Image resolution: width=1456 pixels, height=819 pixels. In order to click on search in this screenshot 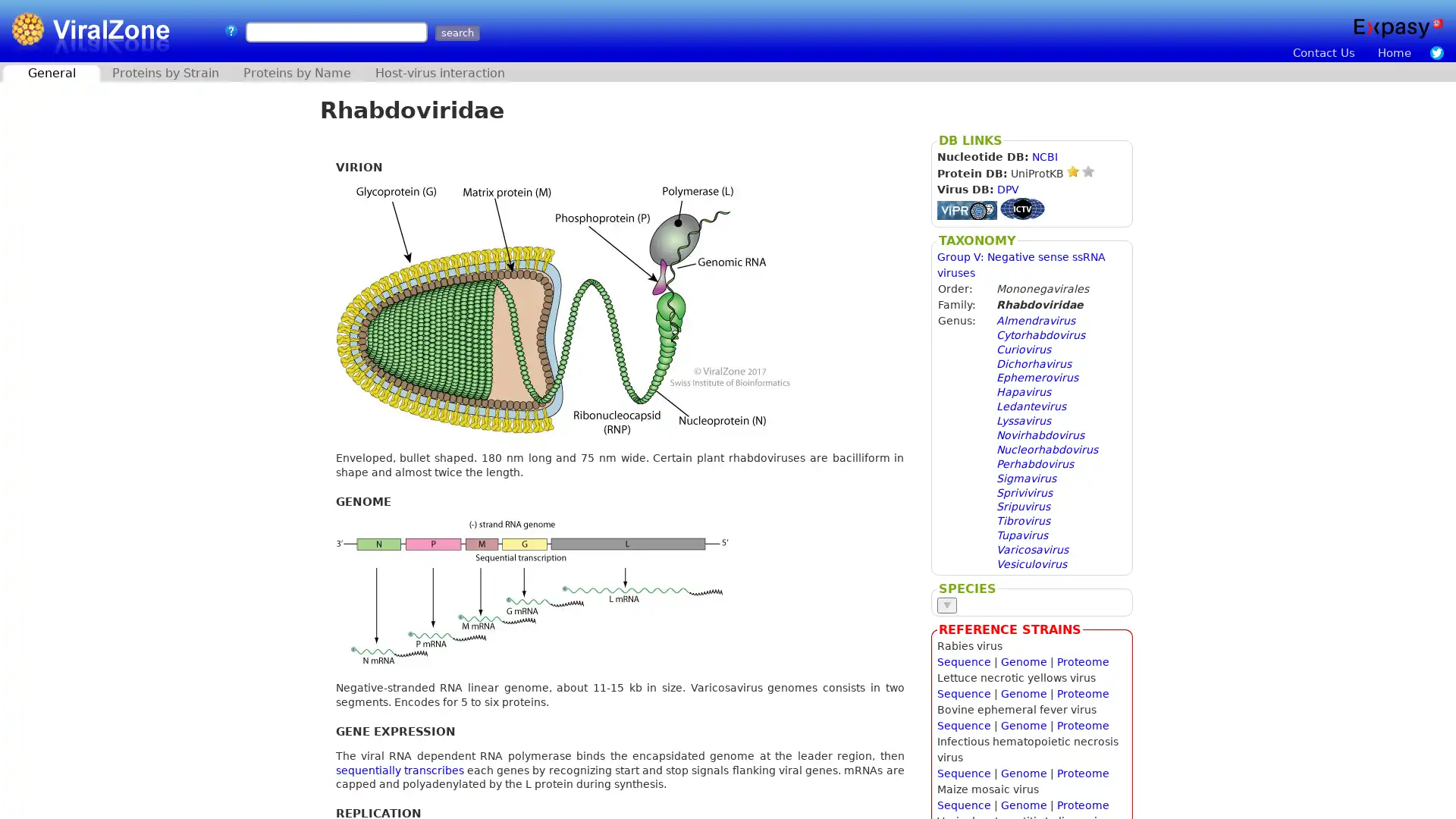, I will do `click(456, 33)`.